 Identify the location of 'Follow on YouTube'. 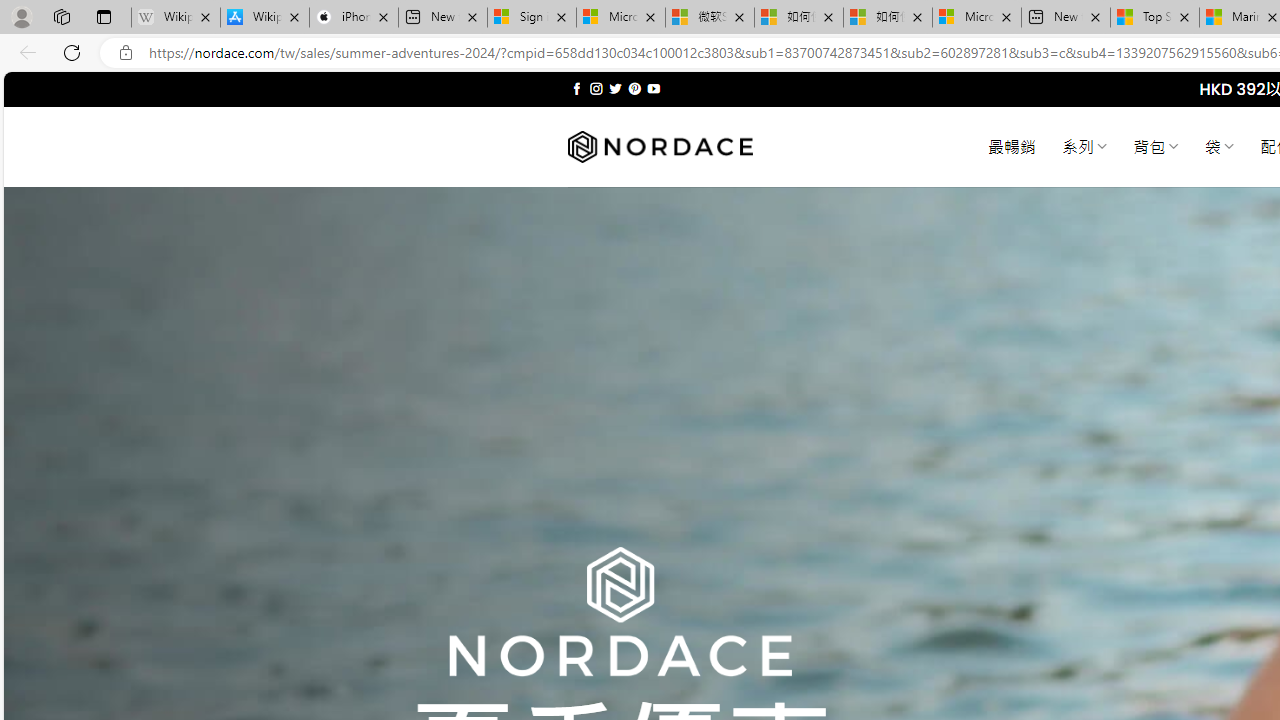
(653, 88).